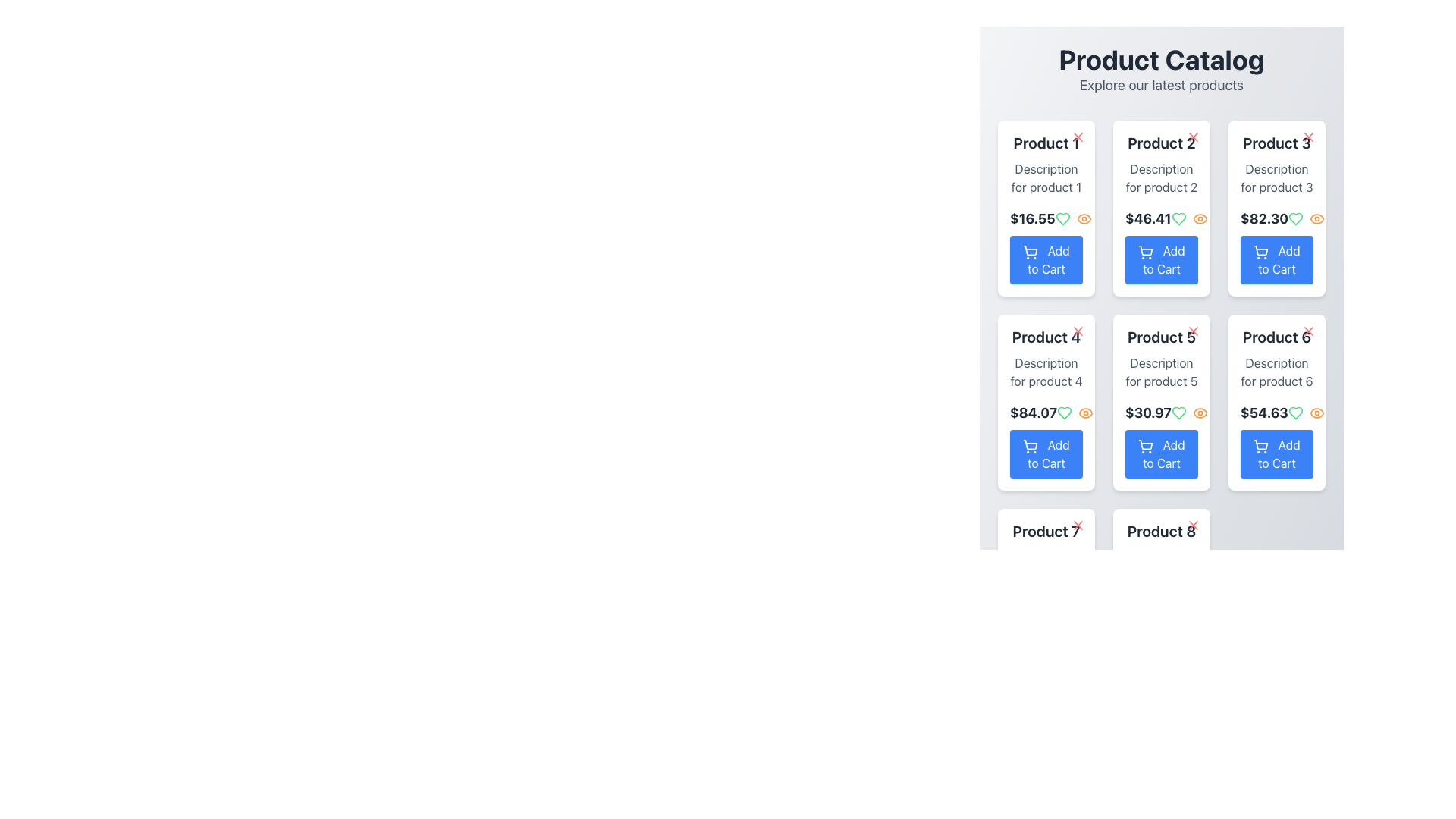 Image resolution: width=1456 pixels, height=819 pixels. I want to click on the close button with an 'X' design in red color located at the top-right corner of the card for 'Product 6', so click(1308, 330).